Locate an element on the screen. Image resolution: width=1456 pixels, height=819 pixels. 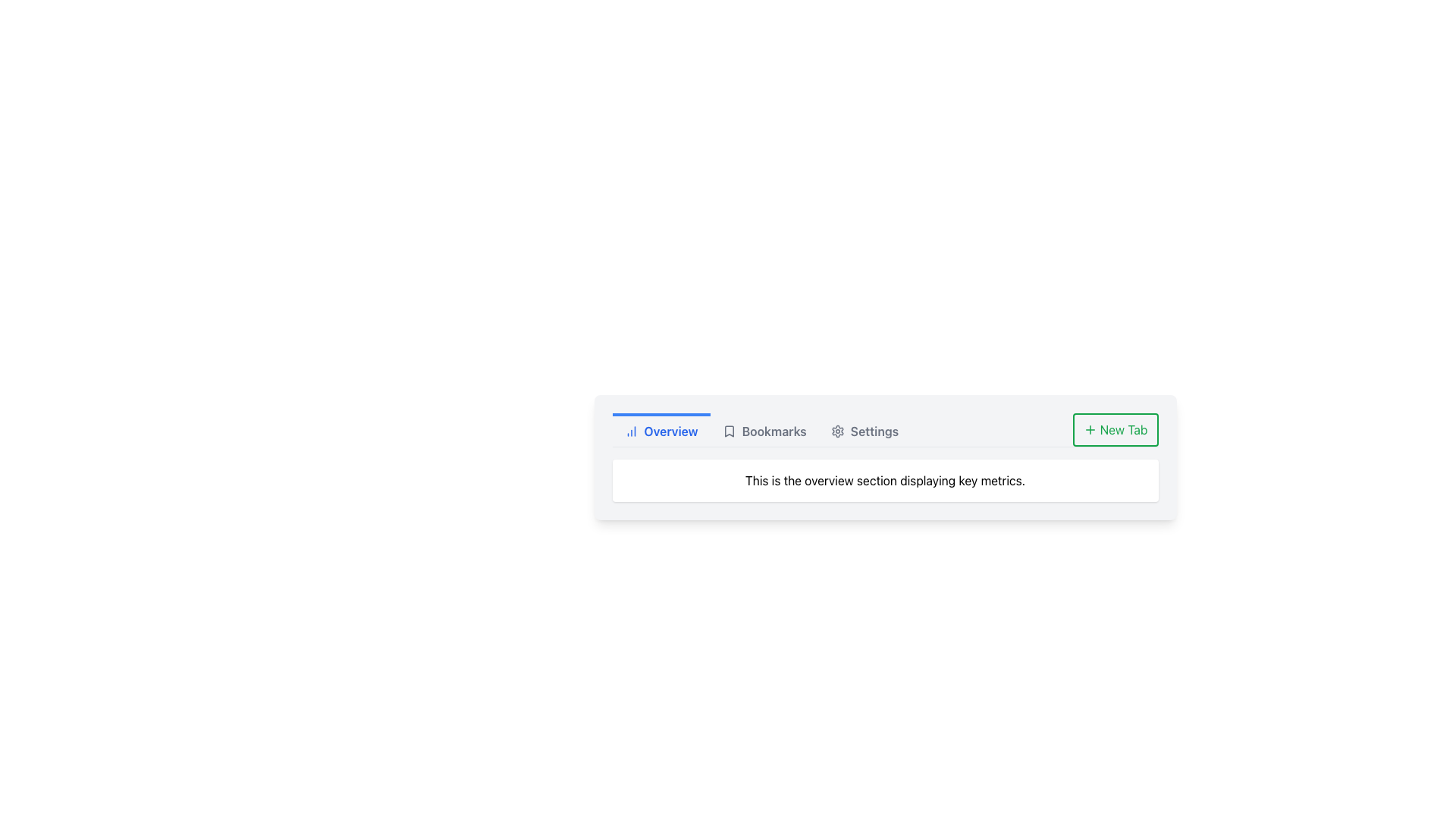
the graphical icon styled as a chart or histogram located to the left of the 'Overview' label in the navigation bar is located at coordinates (631, 431).